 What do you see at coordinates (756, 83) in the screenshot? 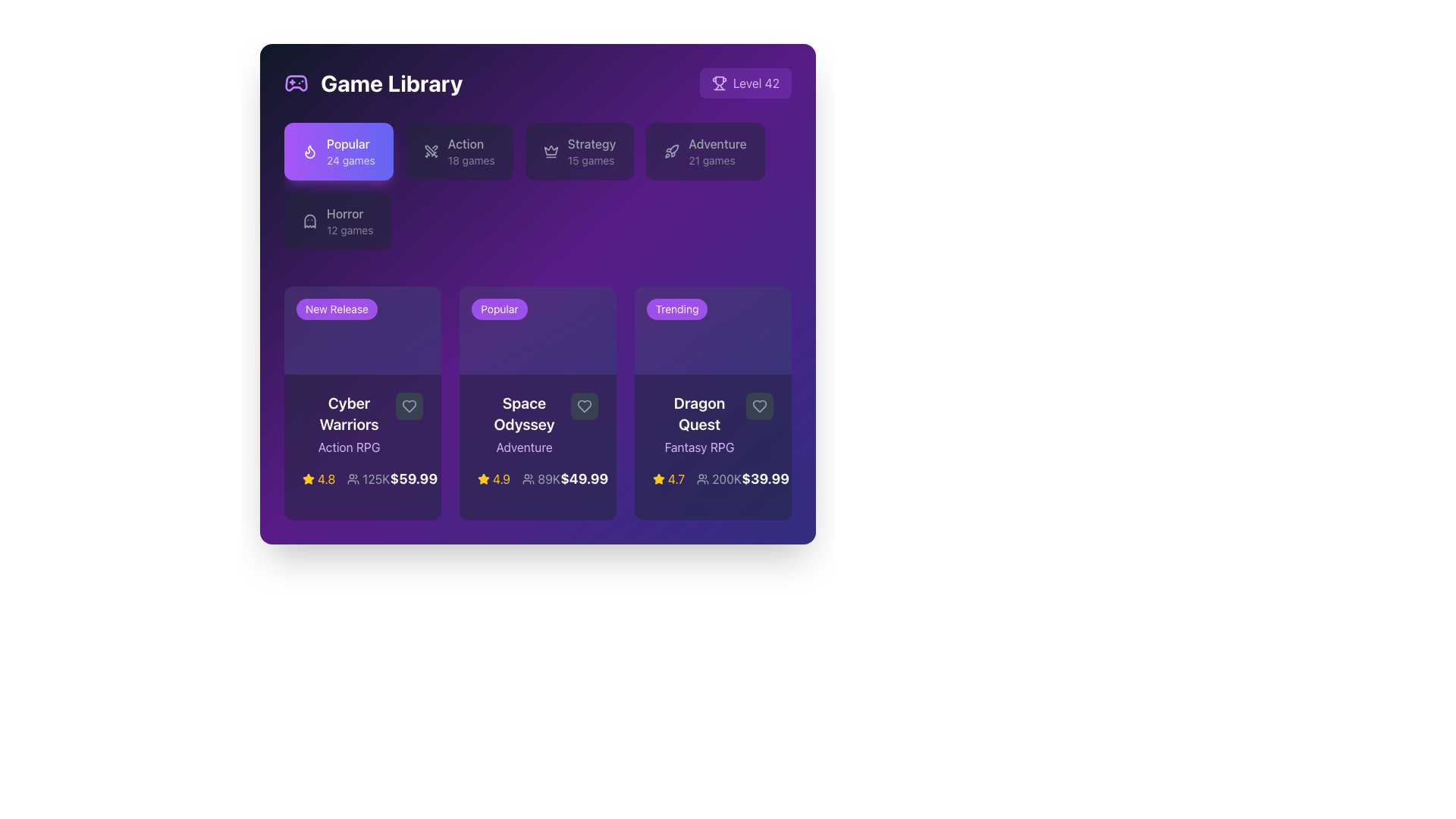
I see `the 'Level 42' static text element, which is styled in purple and located in the top-right corner of the main layout, adjacent to a trophy icon` at bounding box center [756, 83].